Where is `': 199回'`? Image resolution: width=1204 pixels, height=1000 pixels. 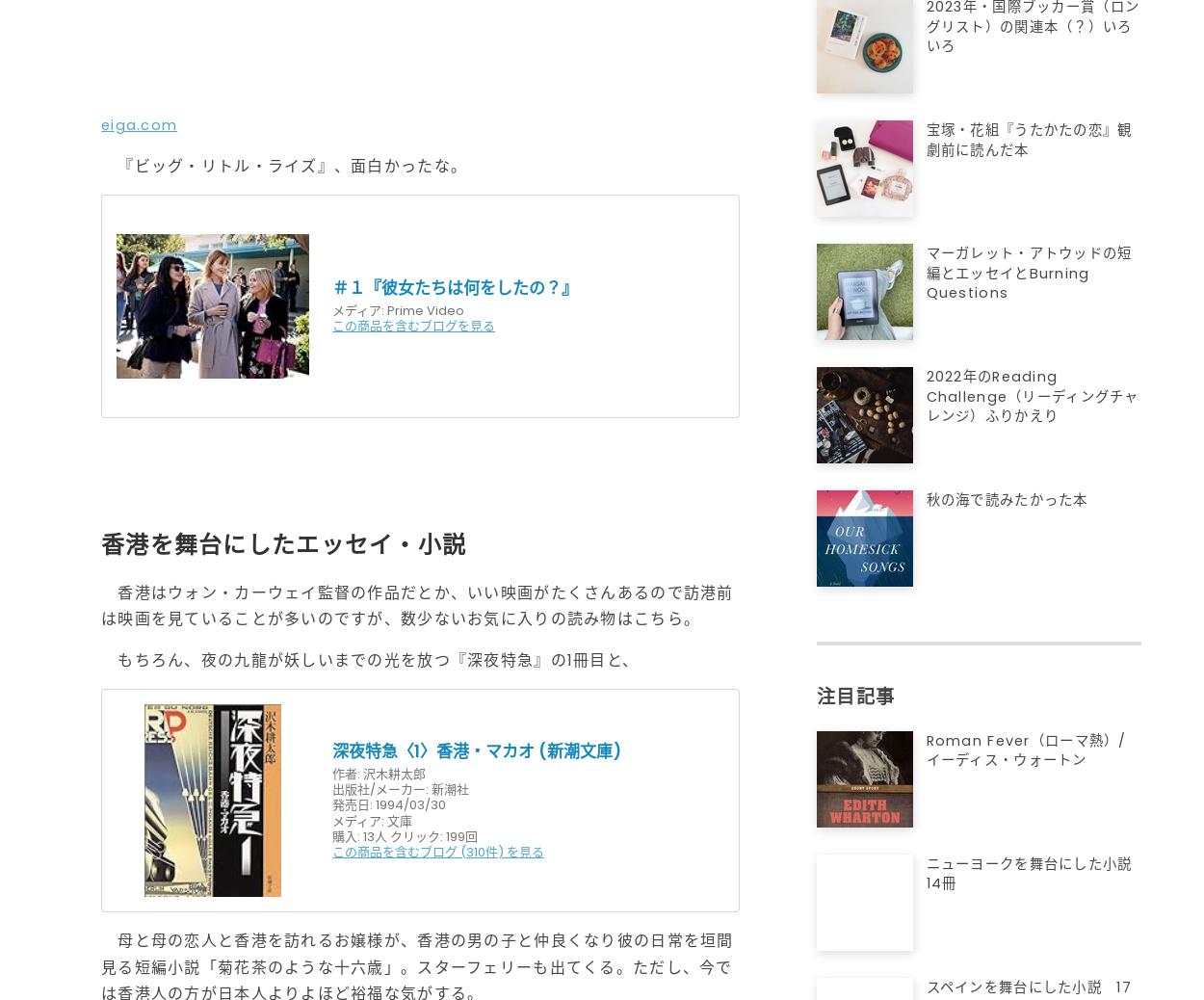 ': 199回' is located at coordinates (458, 835).